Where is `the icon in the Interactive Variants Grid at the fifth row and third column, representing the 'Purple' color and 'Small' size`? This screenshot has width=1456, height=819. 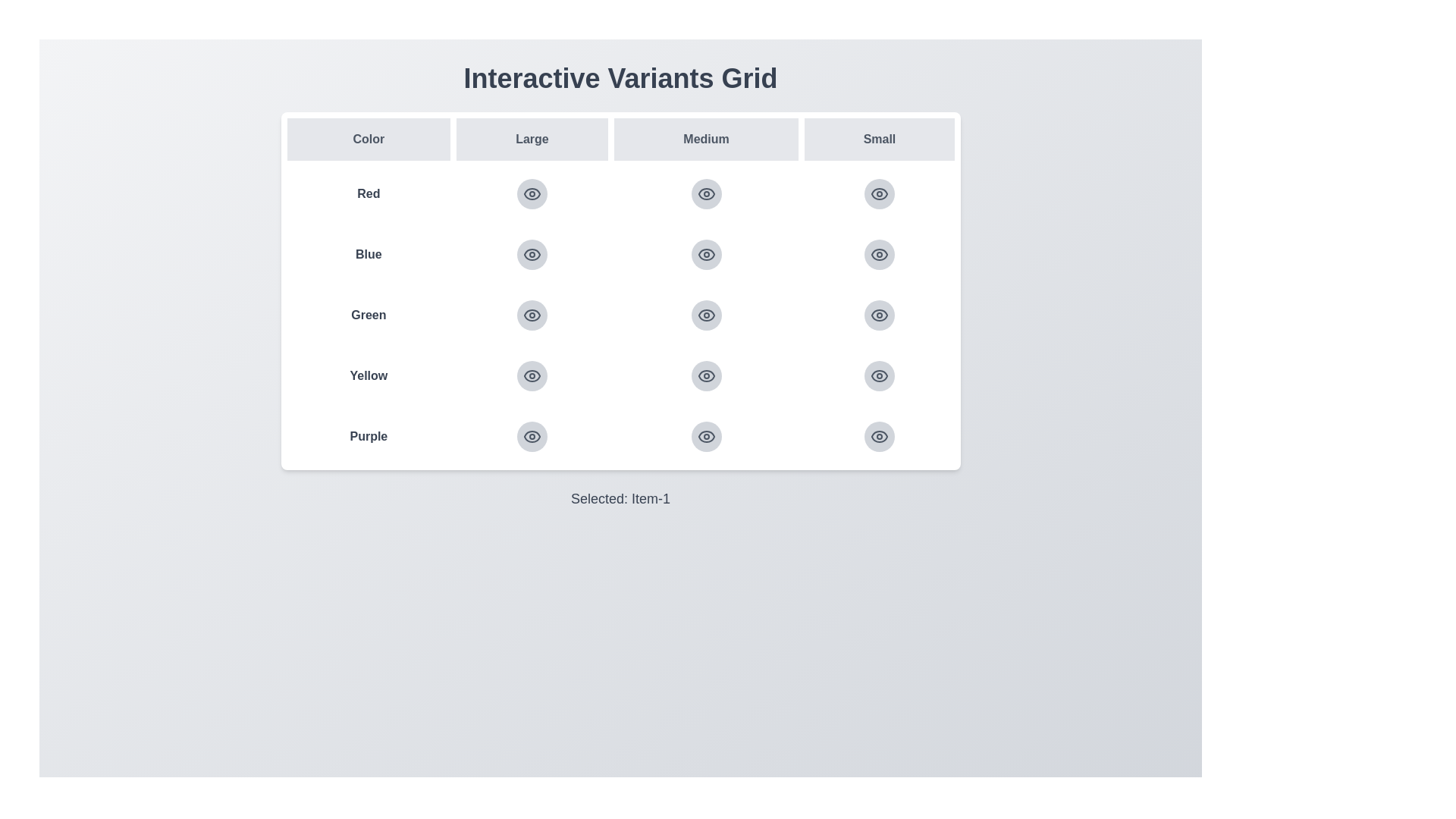
the icon in the Interactive Variants Grid at the fifth row and third column, representing the 'Purple' color and 'Small' size is located at coordinates (880, 436).